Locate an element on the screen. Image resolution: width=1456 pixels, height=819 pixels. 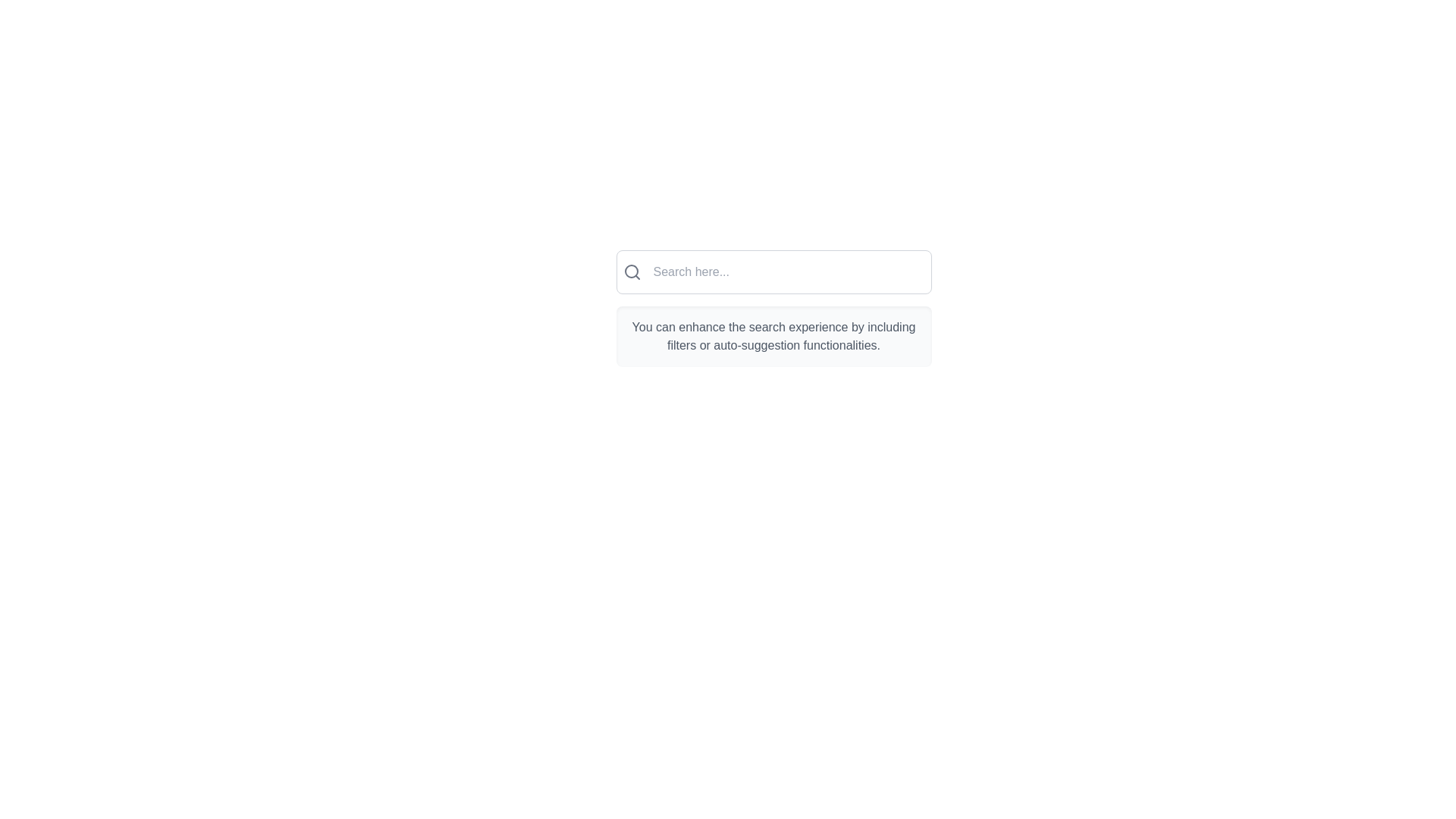
the gray magnifying glass icon located at the leftmost side of the search bar, preceding the input field with the placeholder text 'Search here...' is located at coordinates (632, 271).